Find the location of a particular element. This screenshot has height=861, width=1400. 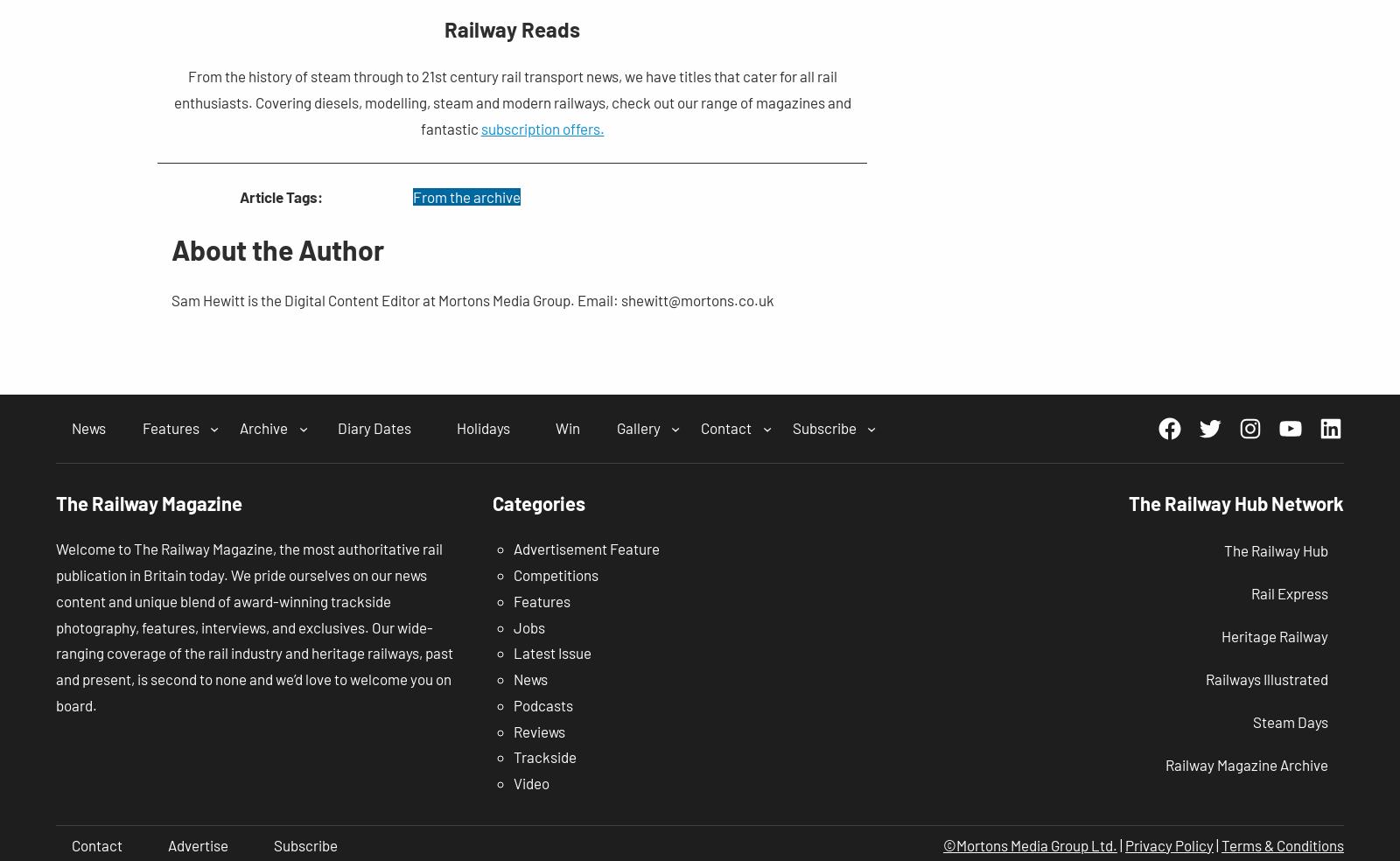

'Advertise' is located at coordinates (198, 844).